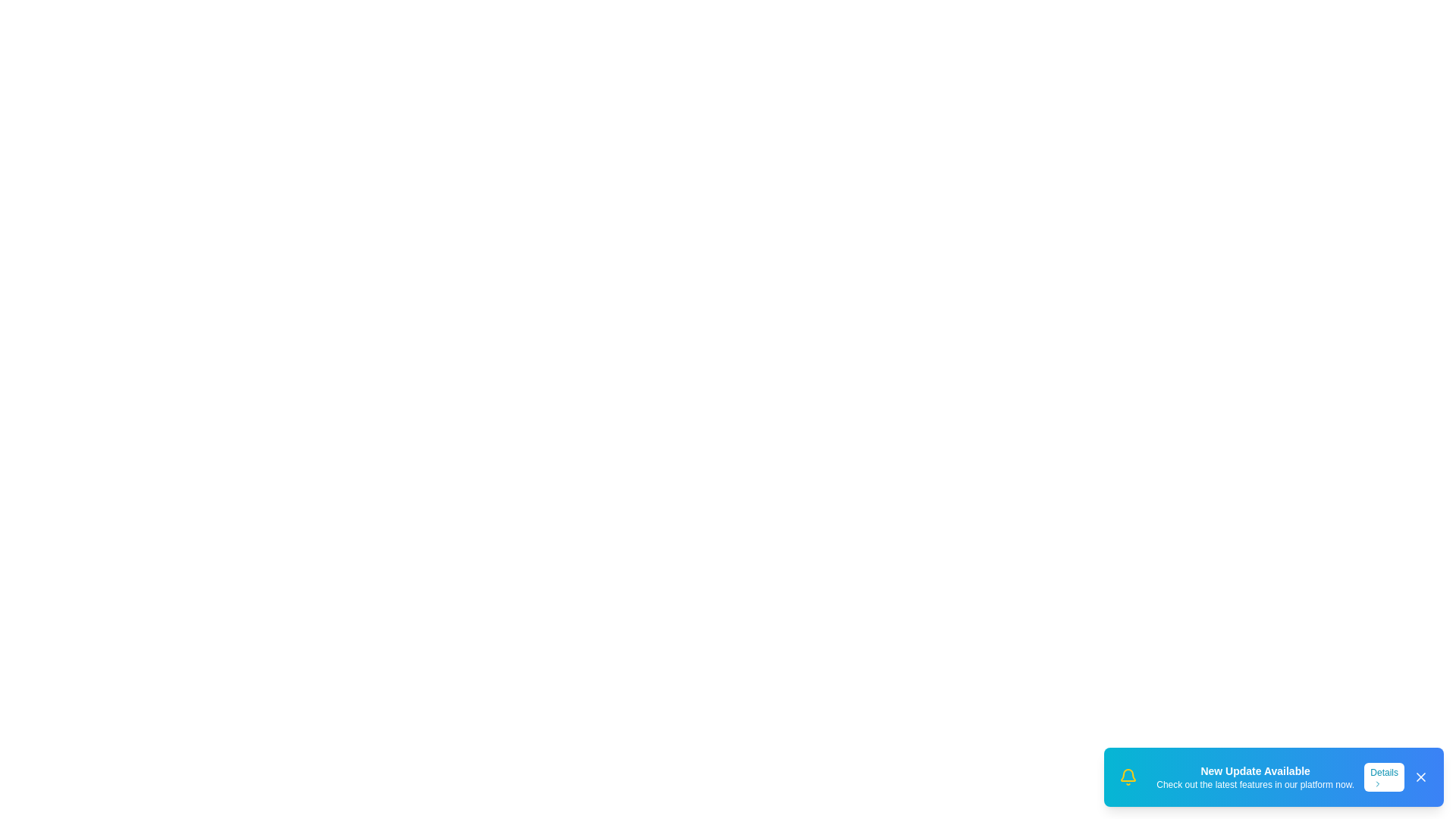  What do you see at coordinates (1128, 777) in the screenshot?
I see `the 'Bell' icon to interact with it` at bounding box center [1128, 777].